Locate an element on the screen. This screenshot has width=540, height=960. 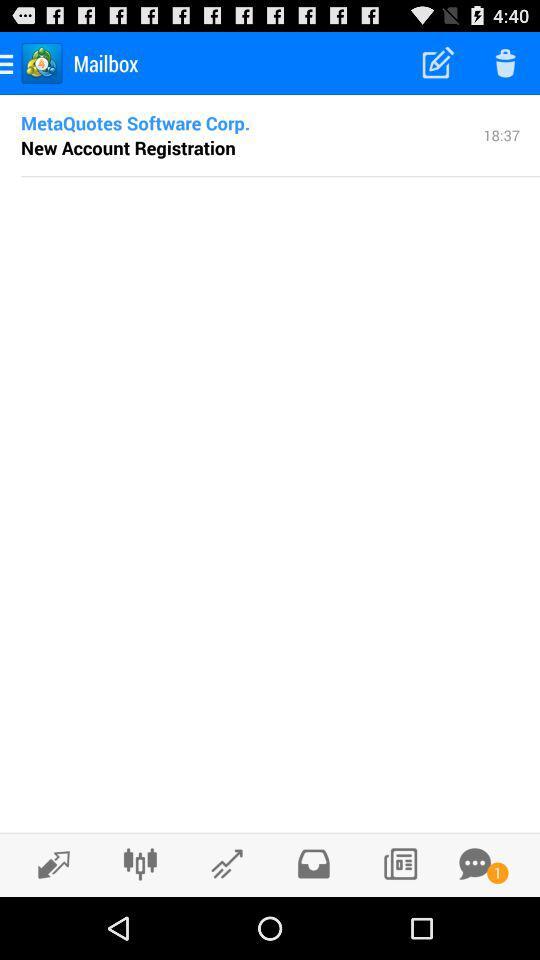
icon below 18:37 icon is located at coordinates (279, 175).